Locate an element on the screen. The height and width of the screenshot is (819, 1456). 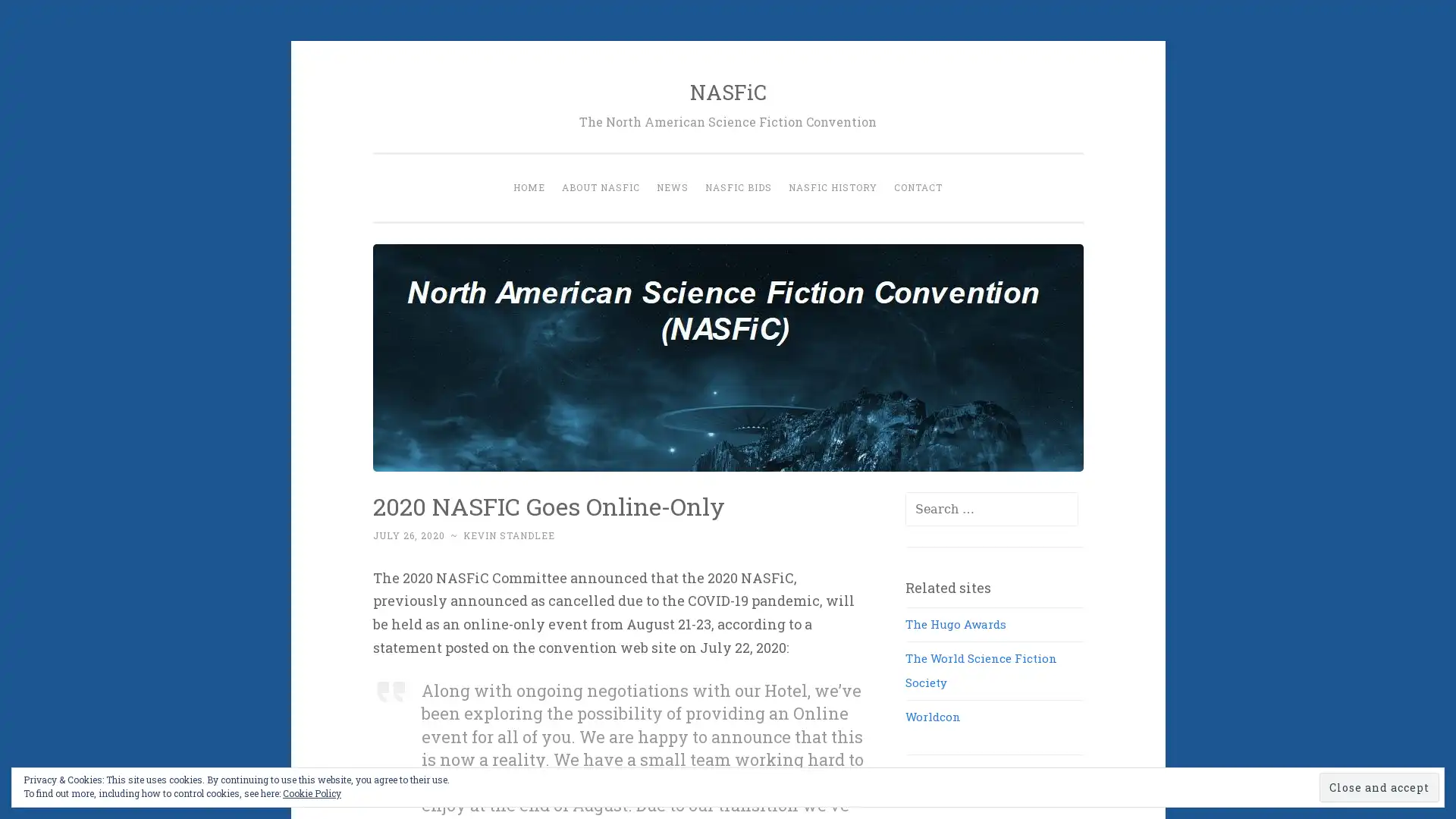
Close and accept is located at coordinates (1379, 786).